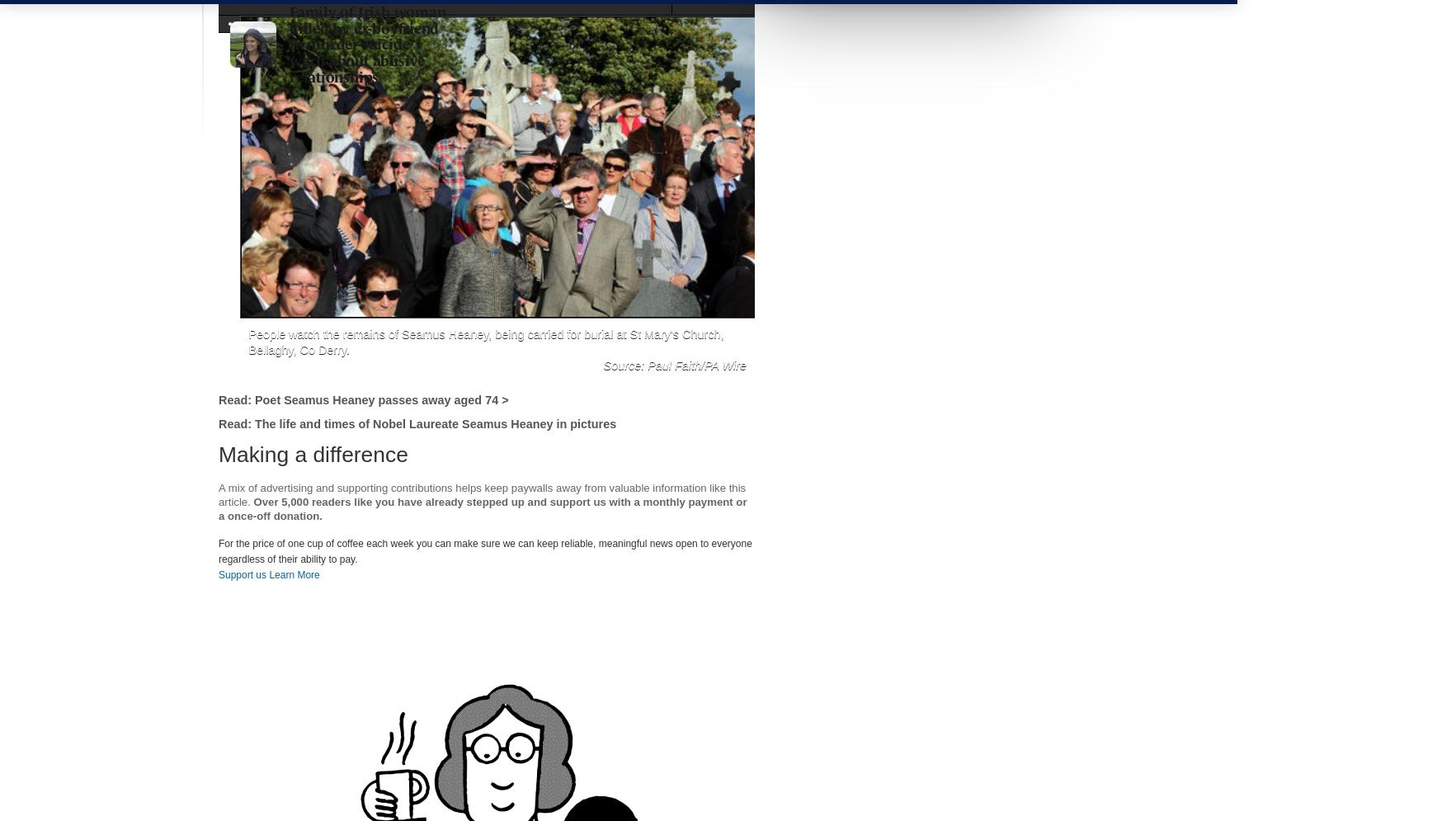 The image size is (1456, 821). Describe the element at coordinates (434, 422) in the screenshot. I see `'The life and times of Nobel Laureate Seamus Heaney in pictures'` at that location.